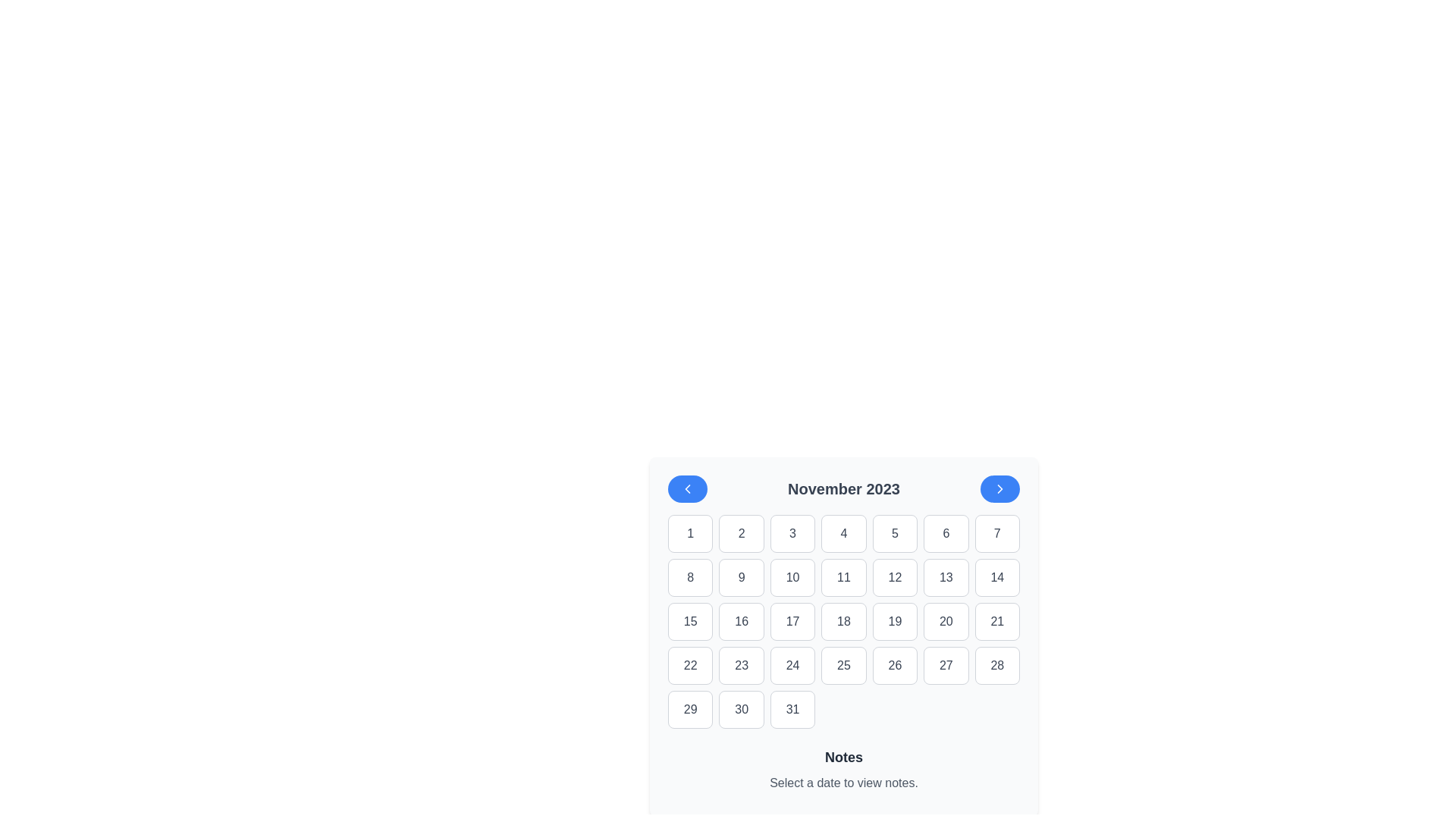  Describe the element at coordinates (843, 533) in the screenshot. I see `the button representing the 4th day of November 2023 in the calendar interface` at that location.